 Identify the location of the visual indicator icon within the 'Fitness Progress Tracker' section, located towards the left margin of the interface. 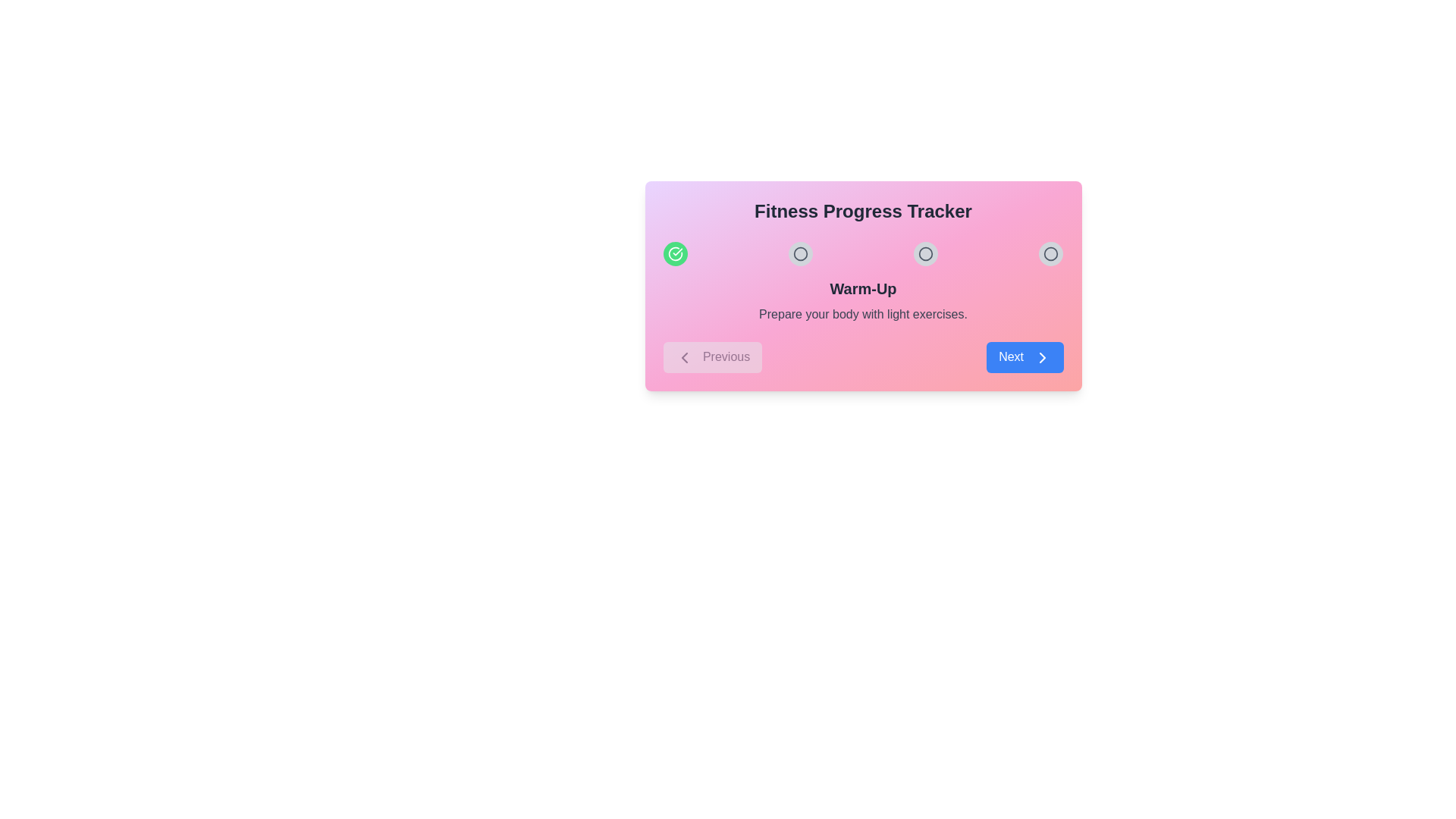
(674, 253).